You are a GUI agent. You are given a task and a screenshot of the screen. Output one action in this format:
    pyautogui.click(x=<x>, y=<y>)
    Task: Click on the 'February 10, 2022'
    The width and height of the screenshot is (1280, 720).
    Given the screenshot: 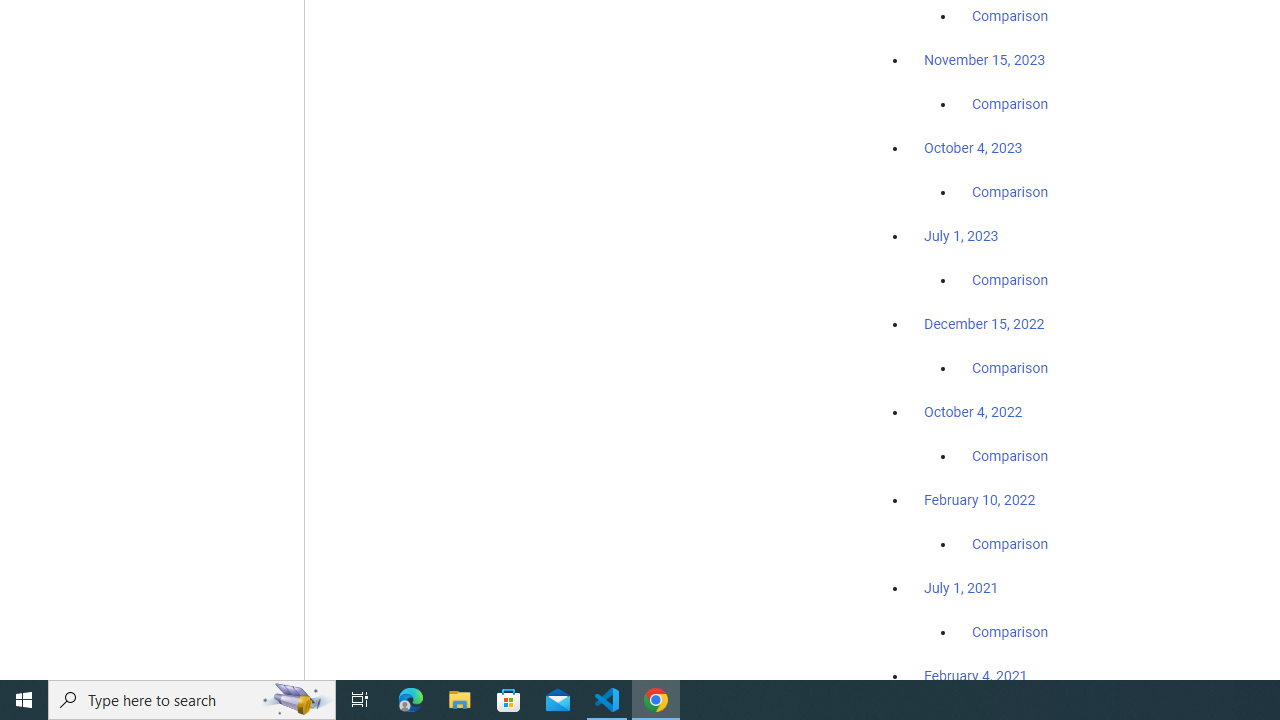 What is the action you would take?
    pyautogui.click(x=979, y=499)
    